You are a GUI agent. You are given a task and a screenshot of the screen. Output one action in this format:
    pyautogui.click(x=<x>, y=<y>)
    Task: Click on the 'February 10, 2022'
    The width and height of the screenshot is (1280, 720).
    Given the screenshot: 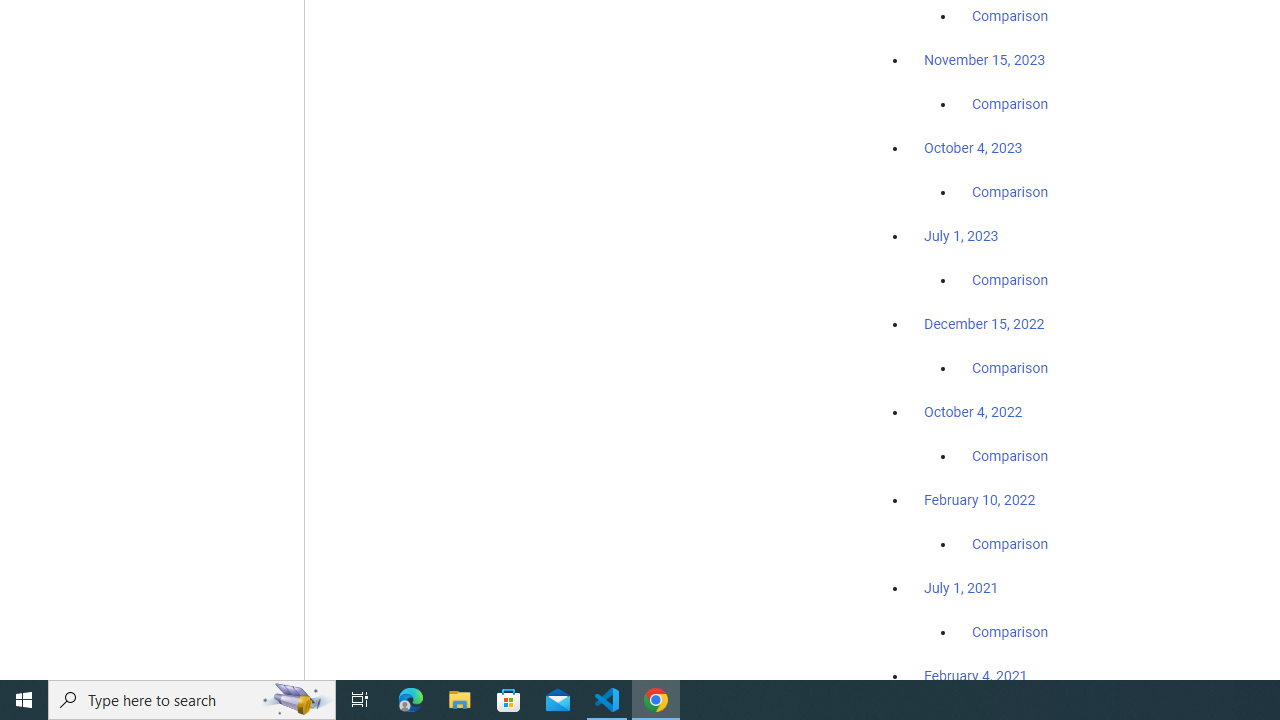 What is the action you would take?
    pyautogui.click(x=979, y=499)
    